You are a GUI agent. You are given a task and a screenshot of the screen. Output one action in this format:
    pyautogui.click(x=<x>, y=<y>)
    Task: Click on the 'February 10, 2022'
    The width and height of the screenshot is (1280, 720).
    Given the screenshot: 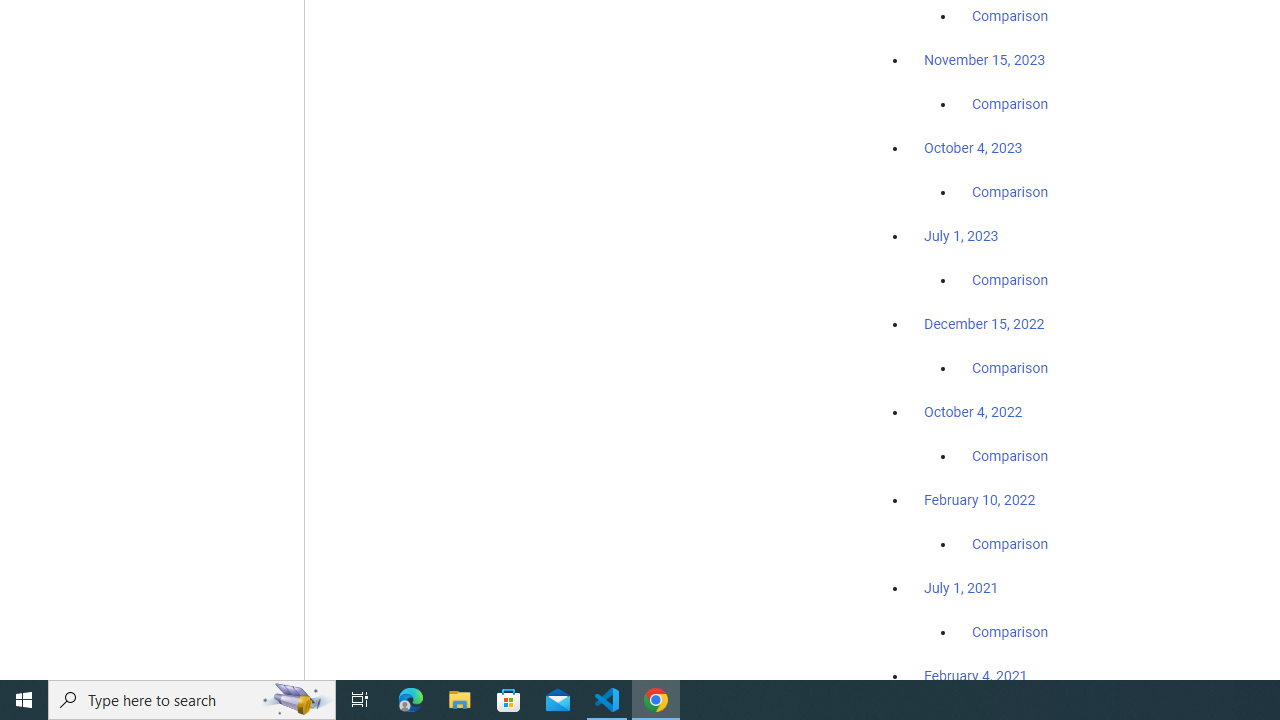 What is the action you would take?
    pyautogui.click(x=979, y=499)
    